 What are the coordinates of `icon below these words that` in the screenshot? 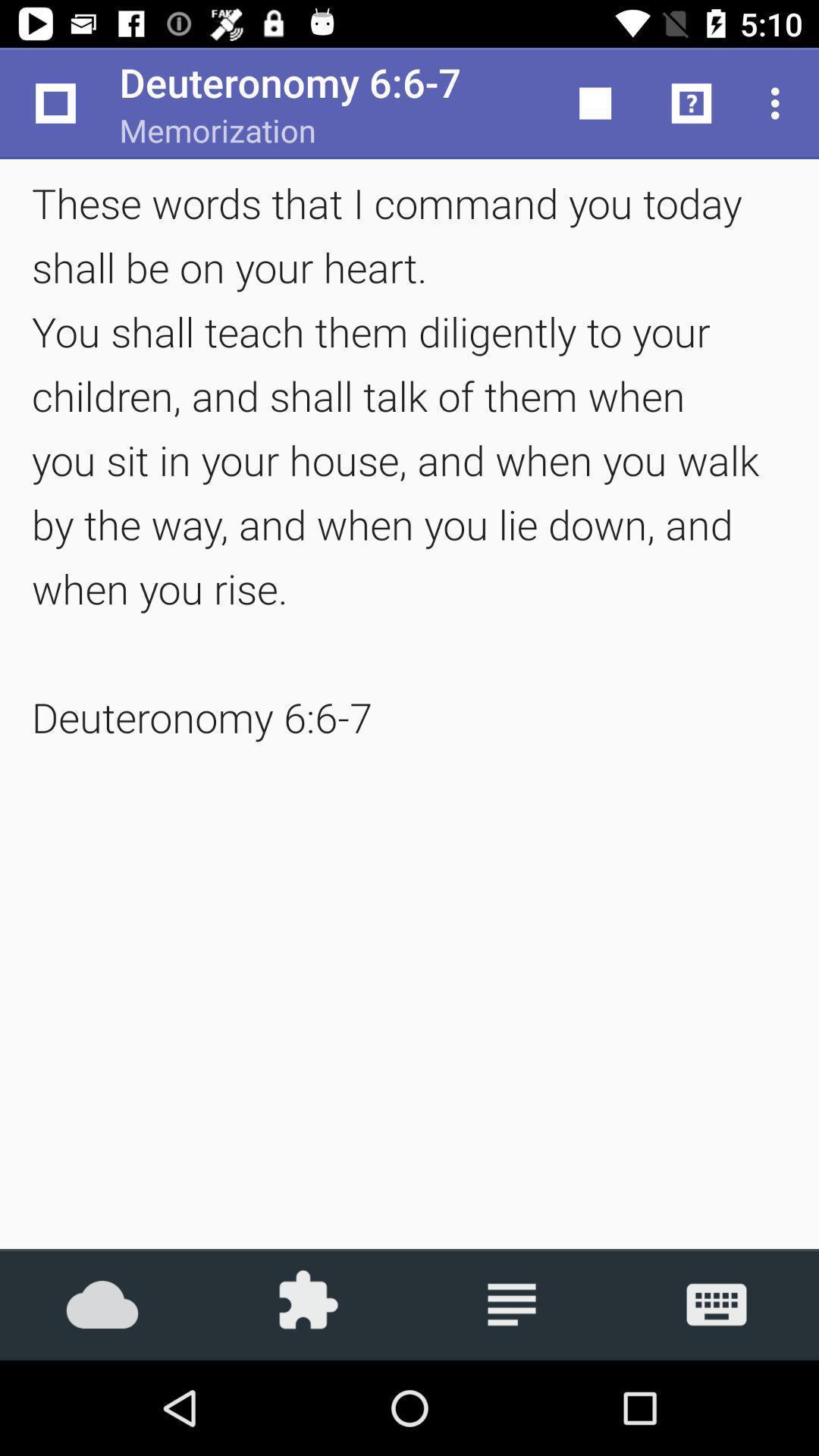 It's located at (717, 1304).